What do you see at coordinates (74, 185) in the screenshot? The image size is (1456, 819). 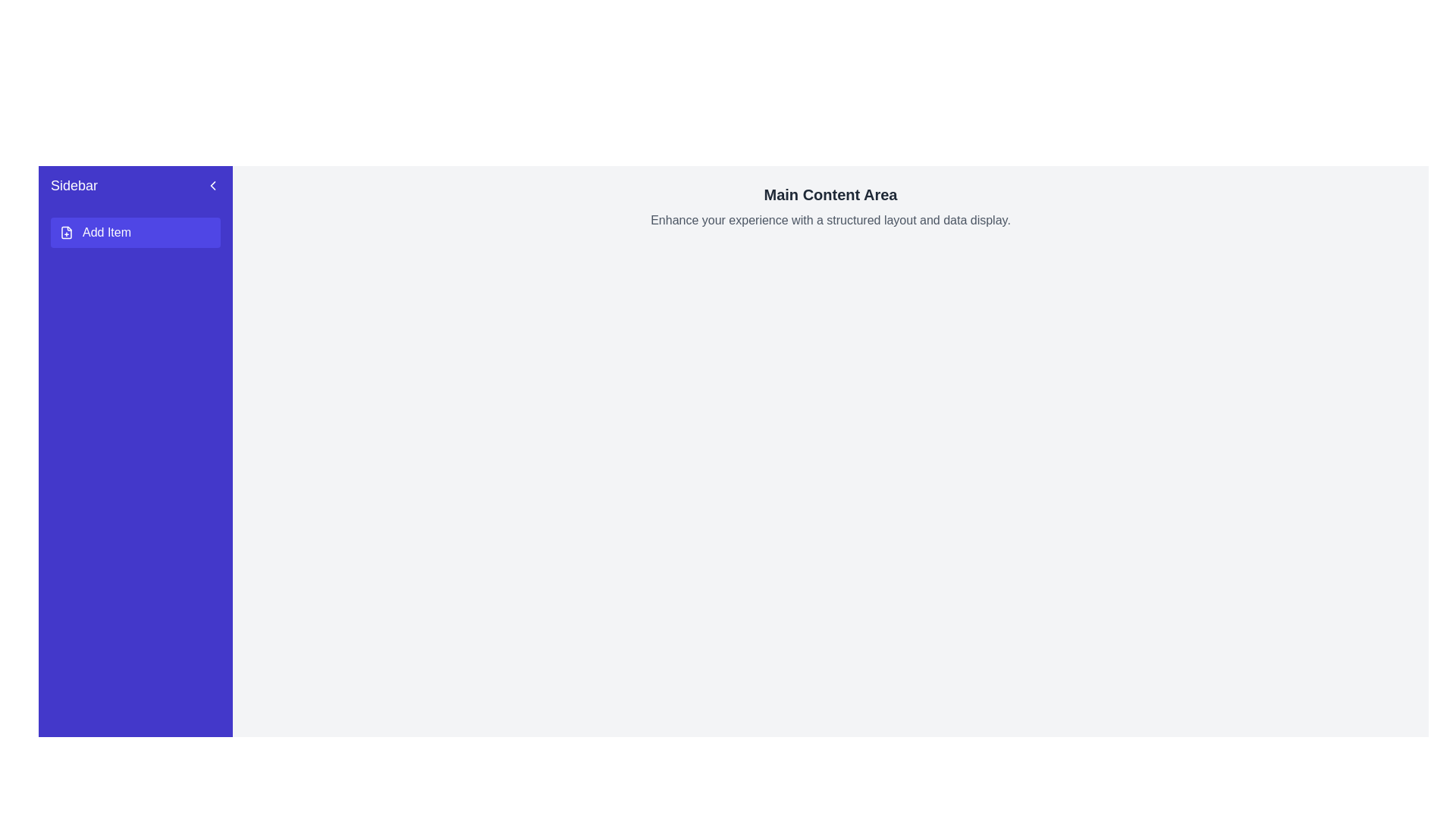 I see `text content of the header or label positioned at the top-left corner of the blue sidebar area, clearly identifying it as the section's title` at bounding box center [74, 185].